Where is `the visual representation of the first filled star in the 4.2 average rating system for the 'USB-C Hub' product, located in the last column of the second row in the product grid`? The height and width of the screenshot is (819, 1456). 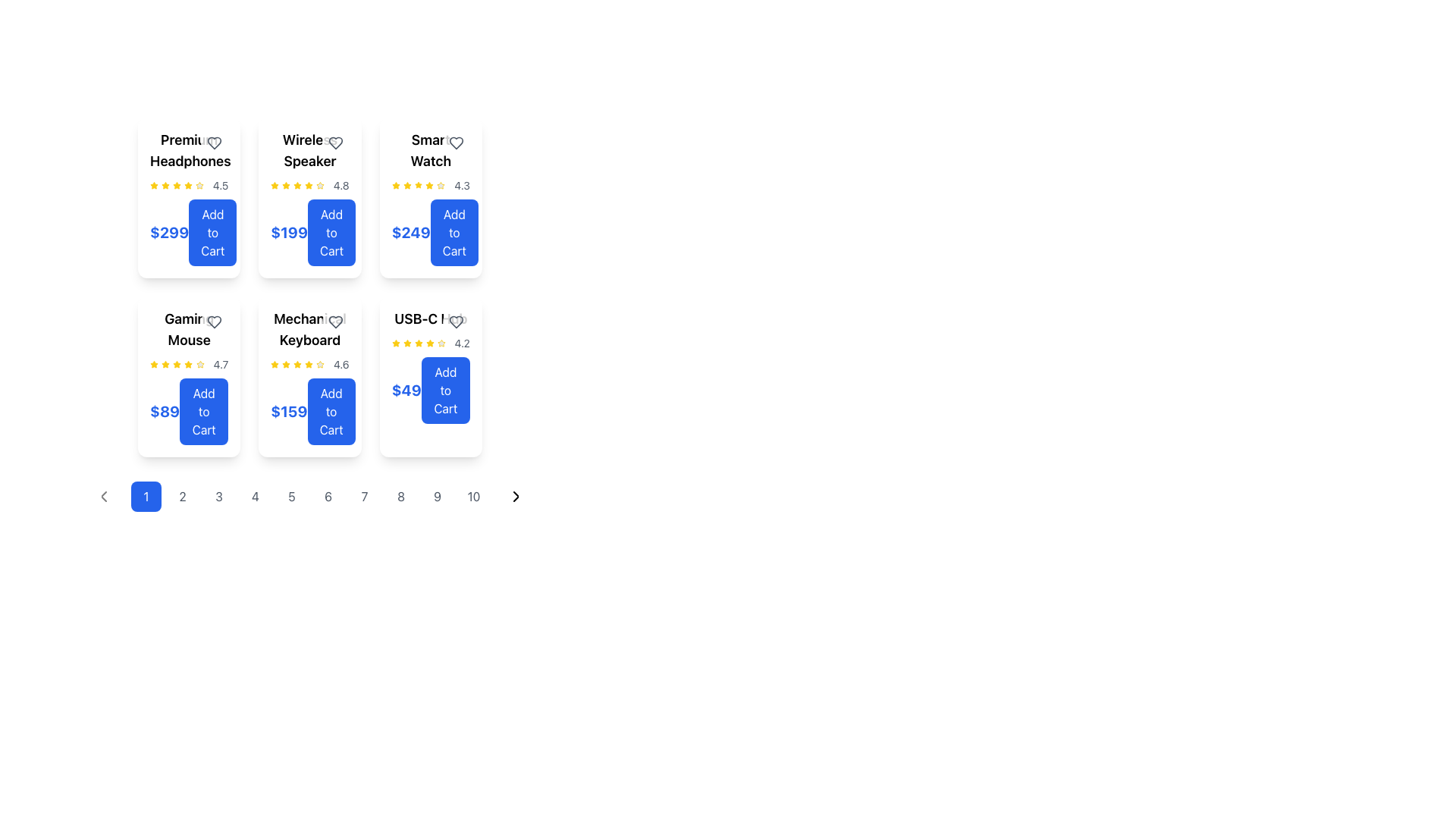
the visual representation of the first filled star in the 4.2 average rating system for the 'USB-C Hub' product, located in the last column of the second row in the product grid is located at coordinates (396, 343).